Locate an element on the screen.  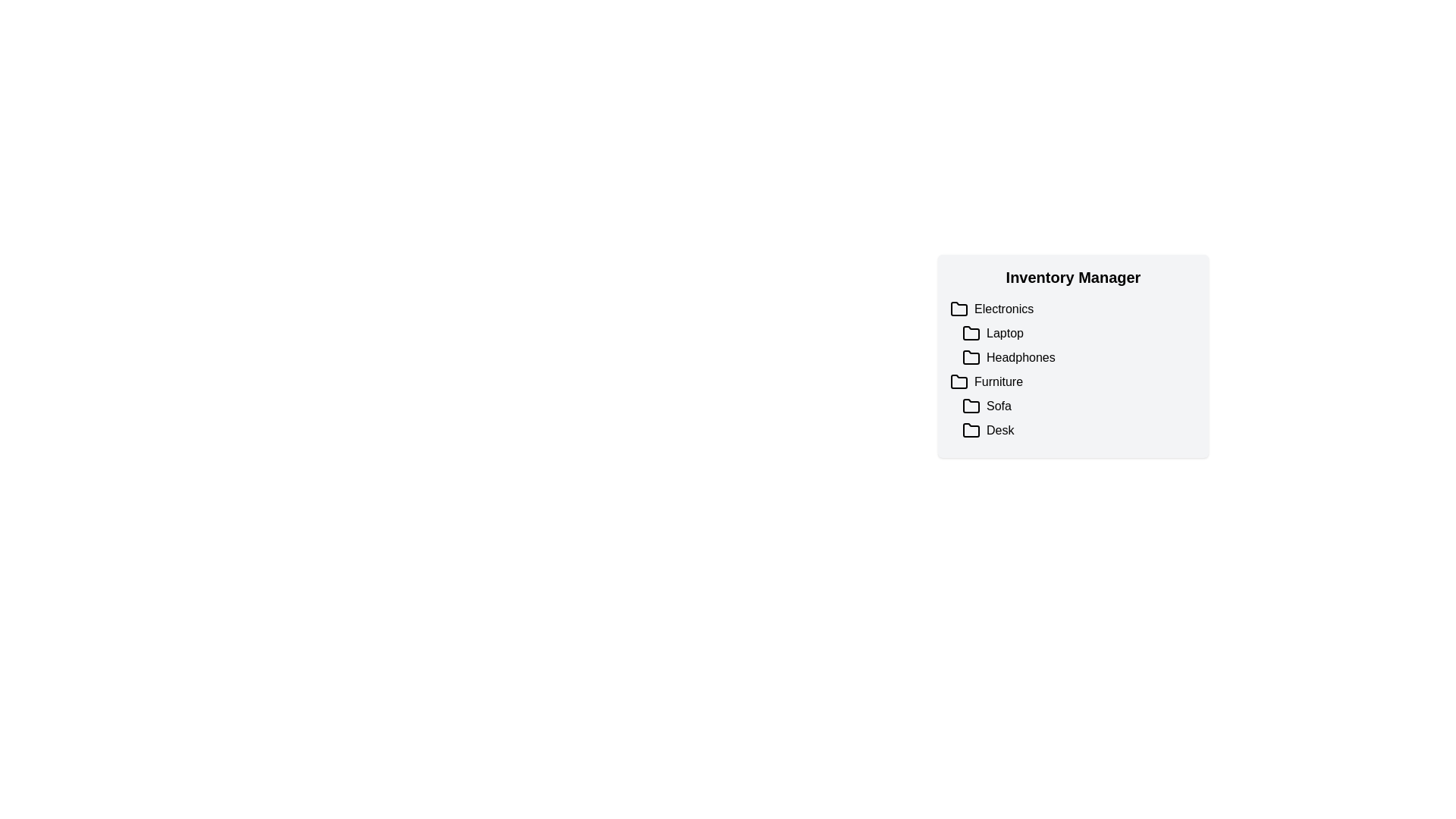
the folder icon located to the left of the 'Laptop' label in the Inventory Manager menu, which is the second item in the vertical list is located at coordinates (971, 332).